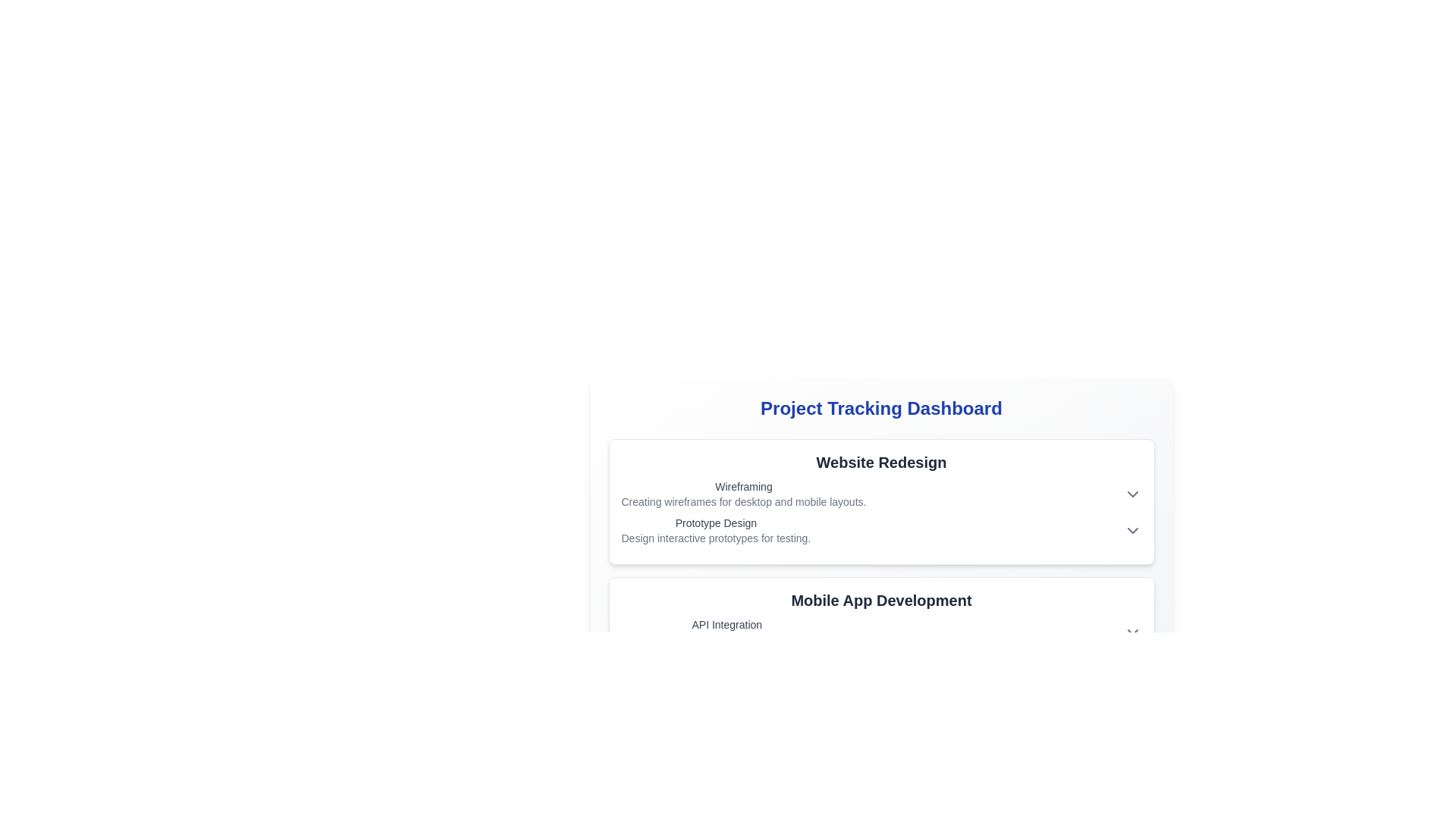 This screenshot has width=1456, height=819. Describe the element at coordinates (743, 502) in the screenshot. I see `the text label containing the phrase 'Creating wireframes for desktop and mobile layouts.' which is styled in light gray and positioned under the 'Wireframing' heading` at that location.